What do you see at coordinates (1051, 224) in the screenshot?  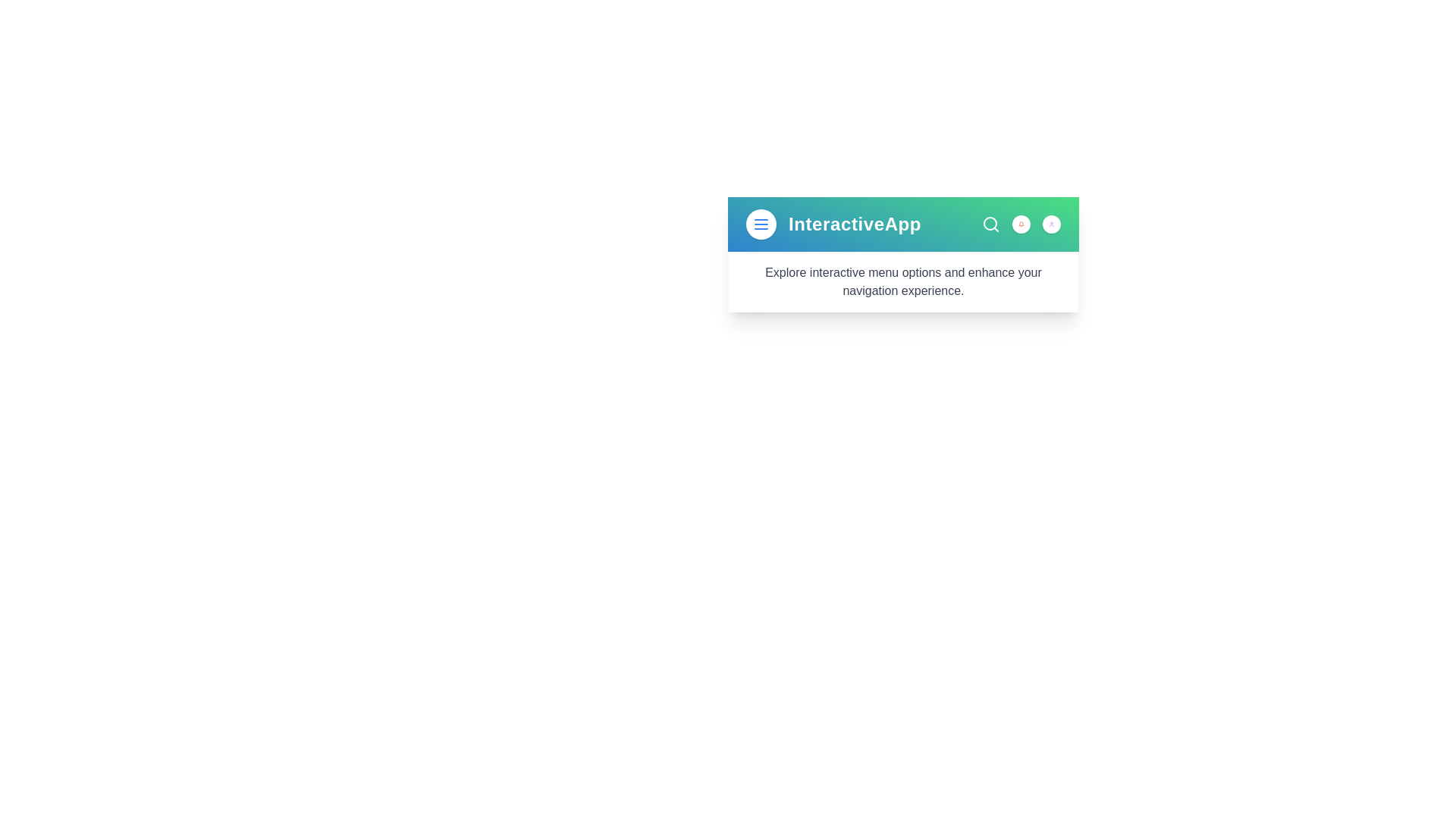 I see `the user profile icon to interact with it` at bounding box center [1051, 224].